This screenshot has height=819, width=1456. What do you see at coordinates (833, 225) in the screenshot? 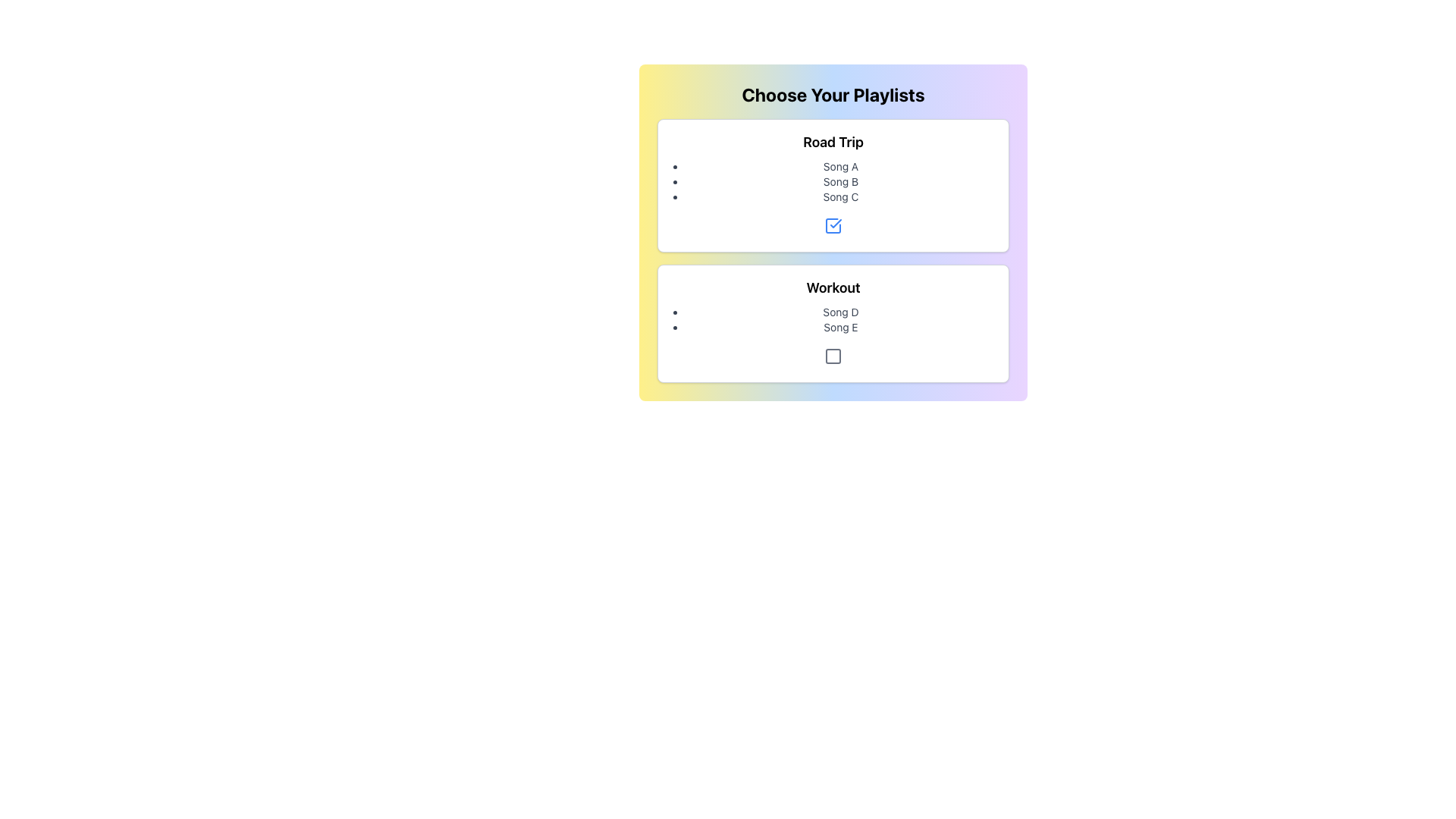
I see `the blue checkbox with a checkmark inside` at bounding box center [833, 225].